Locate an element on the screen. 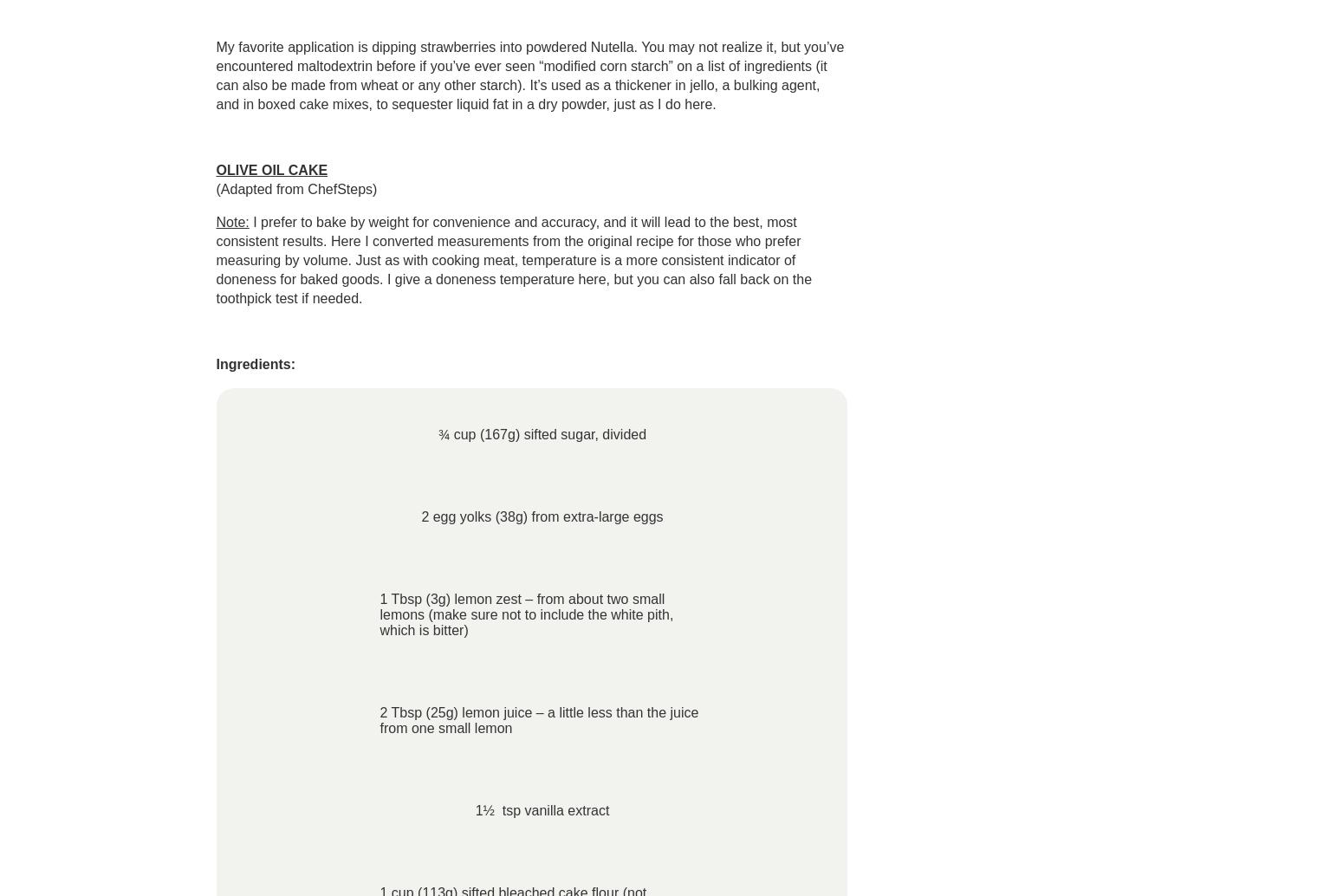 This screenshot has width=1343, height=896. '2 Tbsp (25g) lemon juice – a little less than the juice from one small lemon' is located at coordinates (538, 719).